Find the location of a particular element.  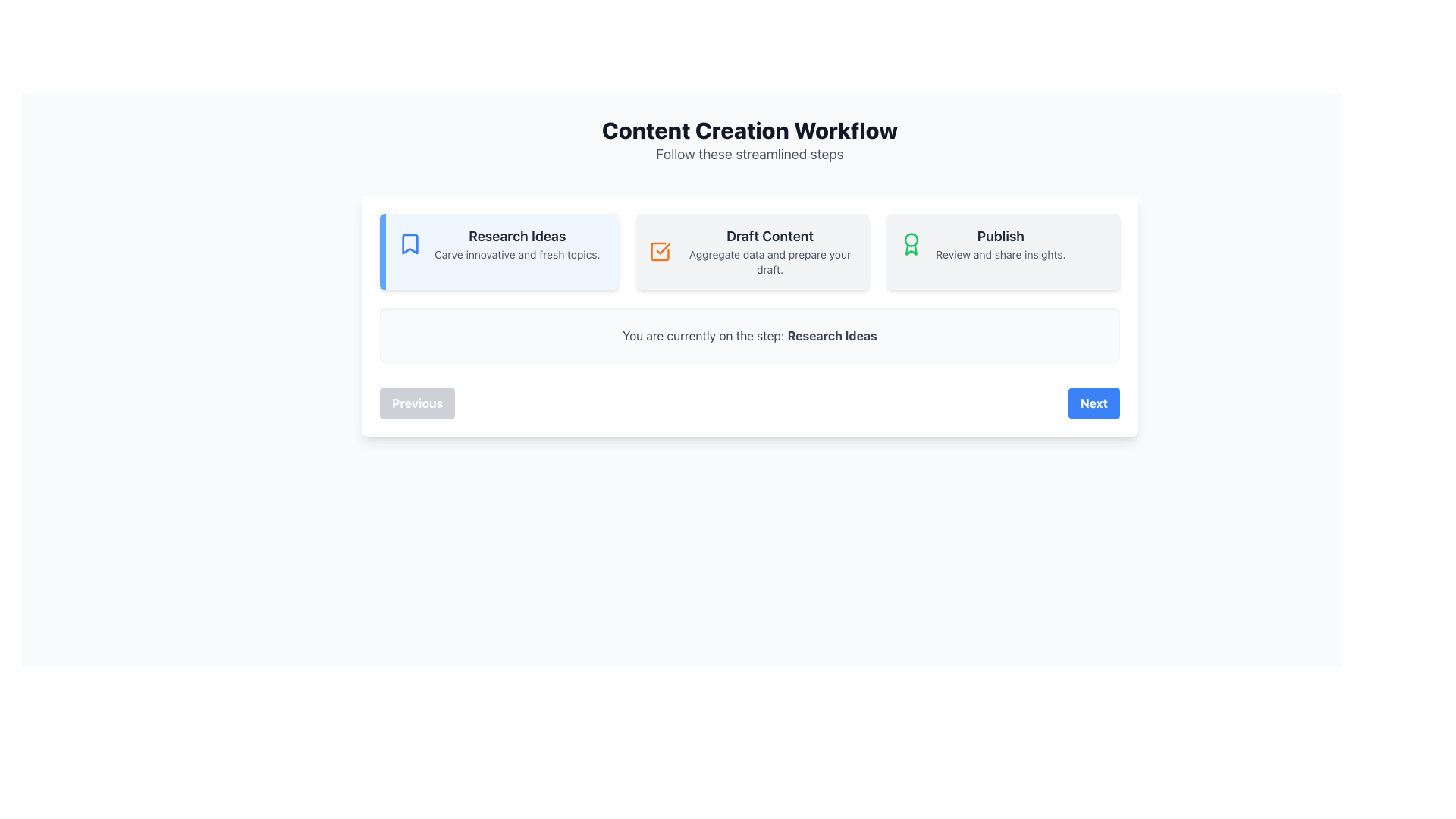

the text label displaying 'Draft Content' which includes a bold title and descriptive text, located centrally in the interface between 'Research Ideas' and 'Publish' is located at coordinates (753, 250).